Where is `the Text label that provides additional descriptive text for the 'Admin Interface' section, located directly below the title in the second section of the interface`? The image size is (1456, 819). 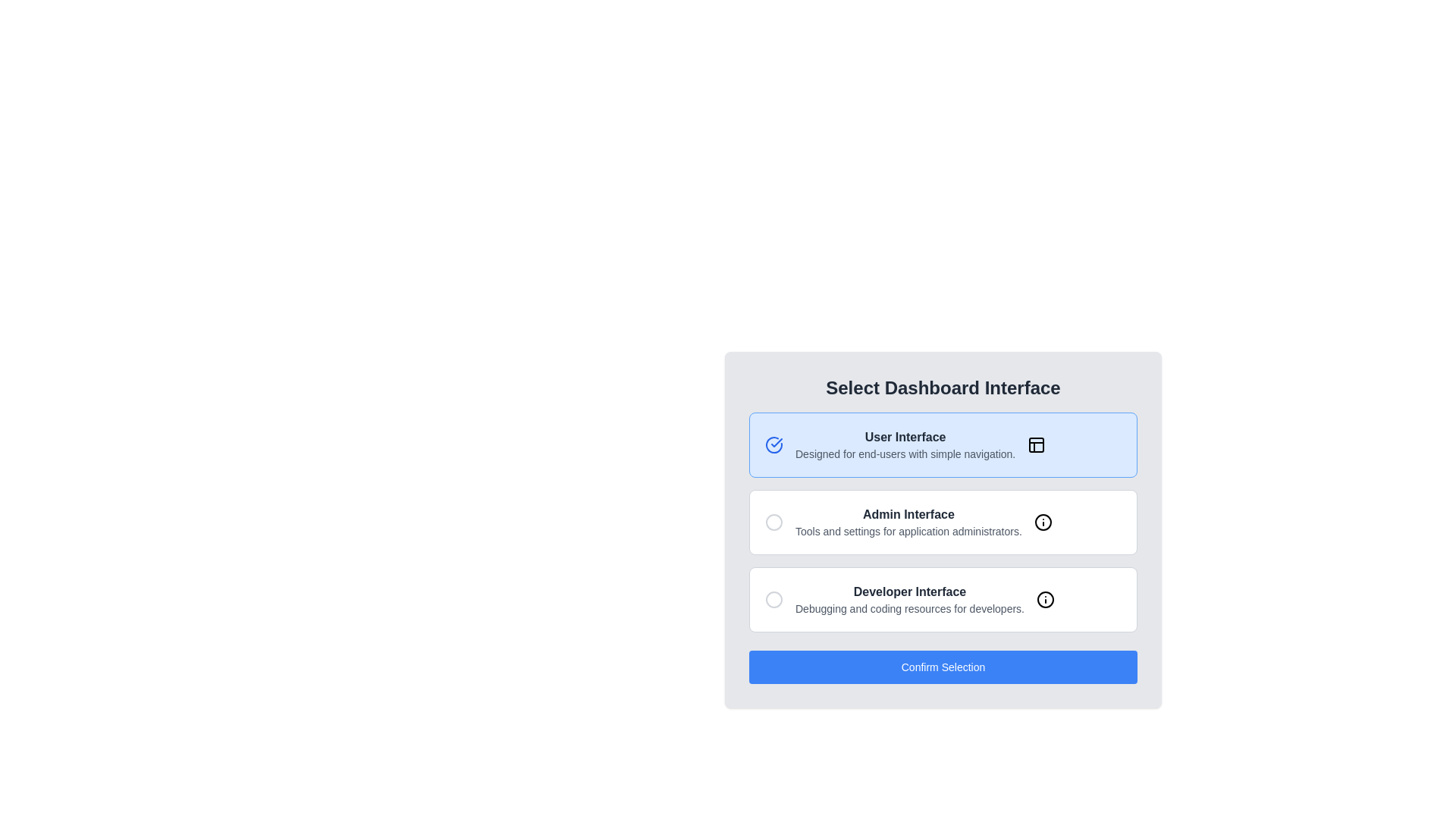 the Text label that provides additional descriptive text for the 'Admin Interface' section, located directly below the title in the second section of the interface is located at coordinates (908, 531).